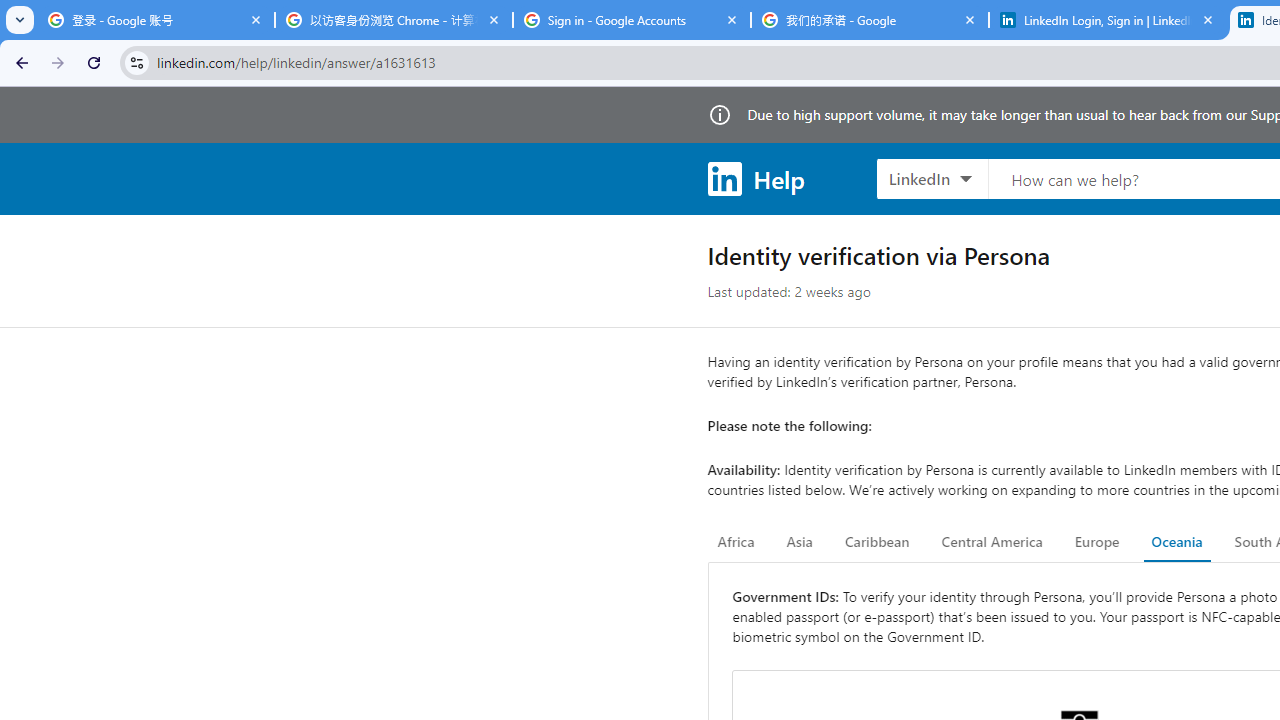 Image resolution: width=1280 pixels, height=720 pixels. Describe the element at coordinates (798, 542) in the screenshot. I see `'Asia'` at that location.